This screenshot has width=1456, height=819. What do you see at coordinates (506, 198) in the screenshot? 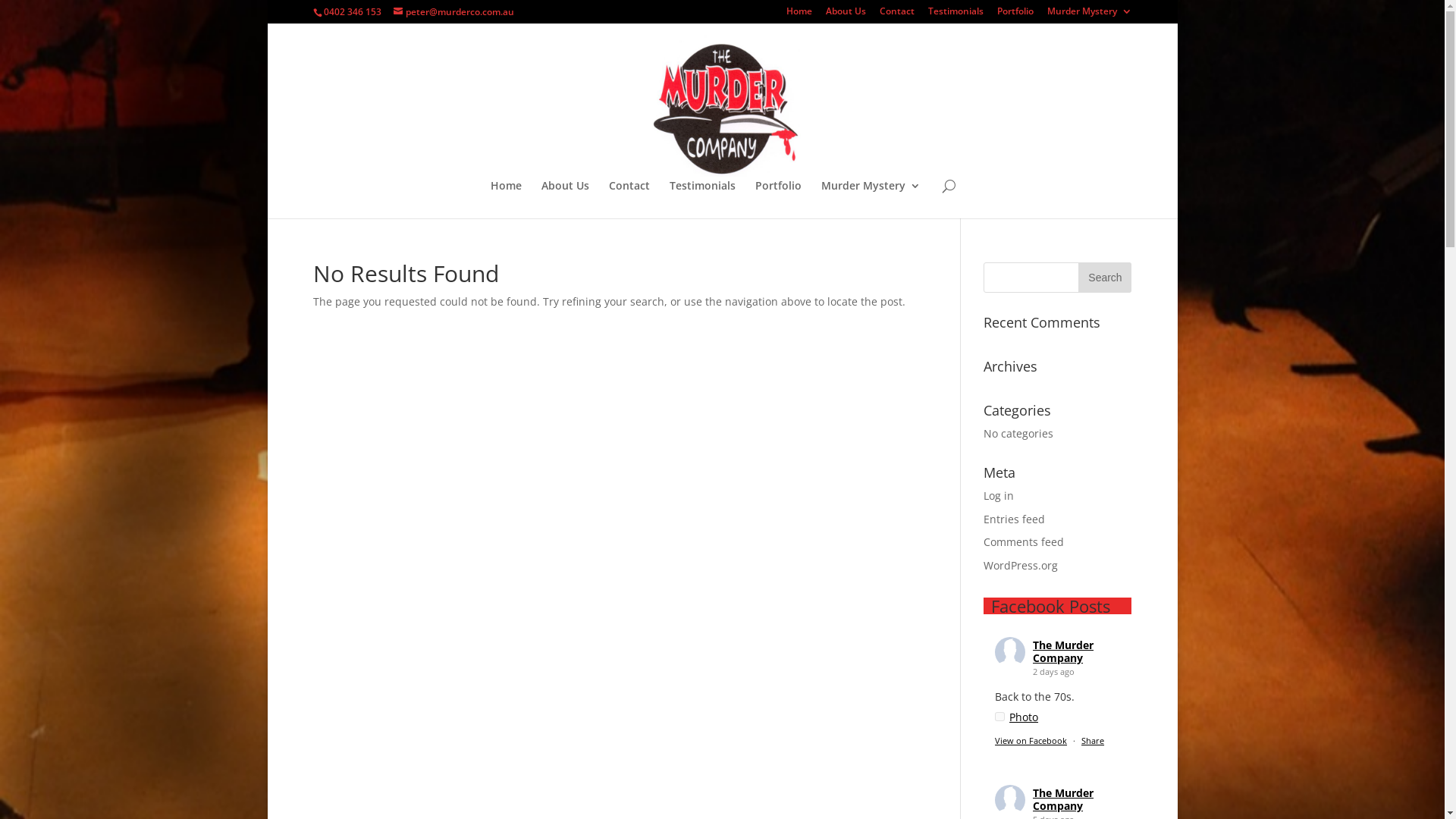
I see `'Home'` at bounding box center [506, 198].